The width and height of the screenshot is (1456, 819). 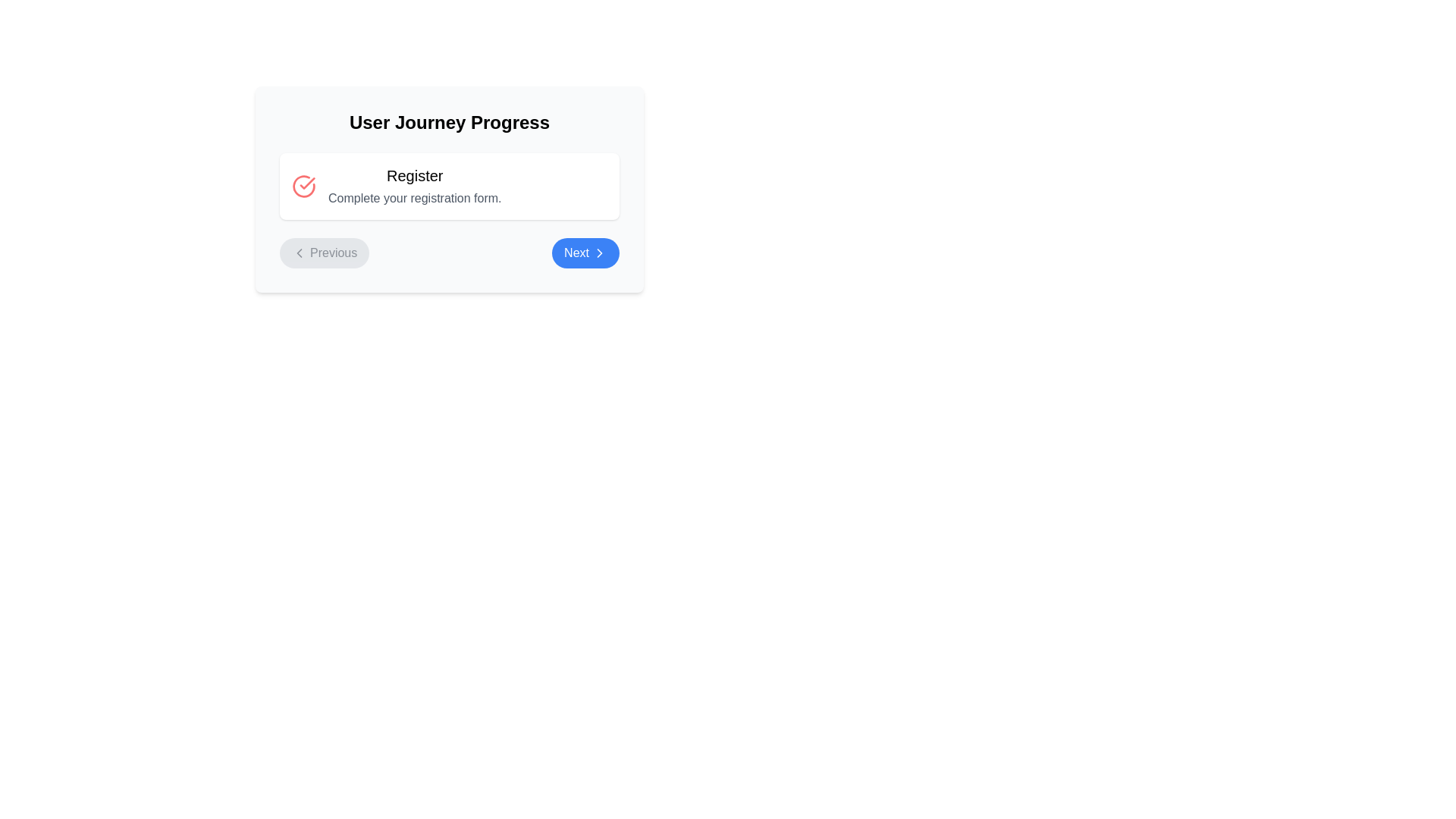 I want to click on the status significance of the completed or verified action icon positioned to the left of the 'Register' text within a white box, so click(x=303, y=186).